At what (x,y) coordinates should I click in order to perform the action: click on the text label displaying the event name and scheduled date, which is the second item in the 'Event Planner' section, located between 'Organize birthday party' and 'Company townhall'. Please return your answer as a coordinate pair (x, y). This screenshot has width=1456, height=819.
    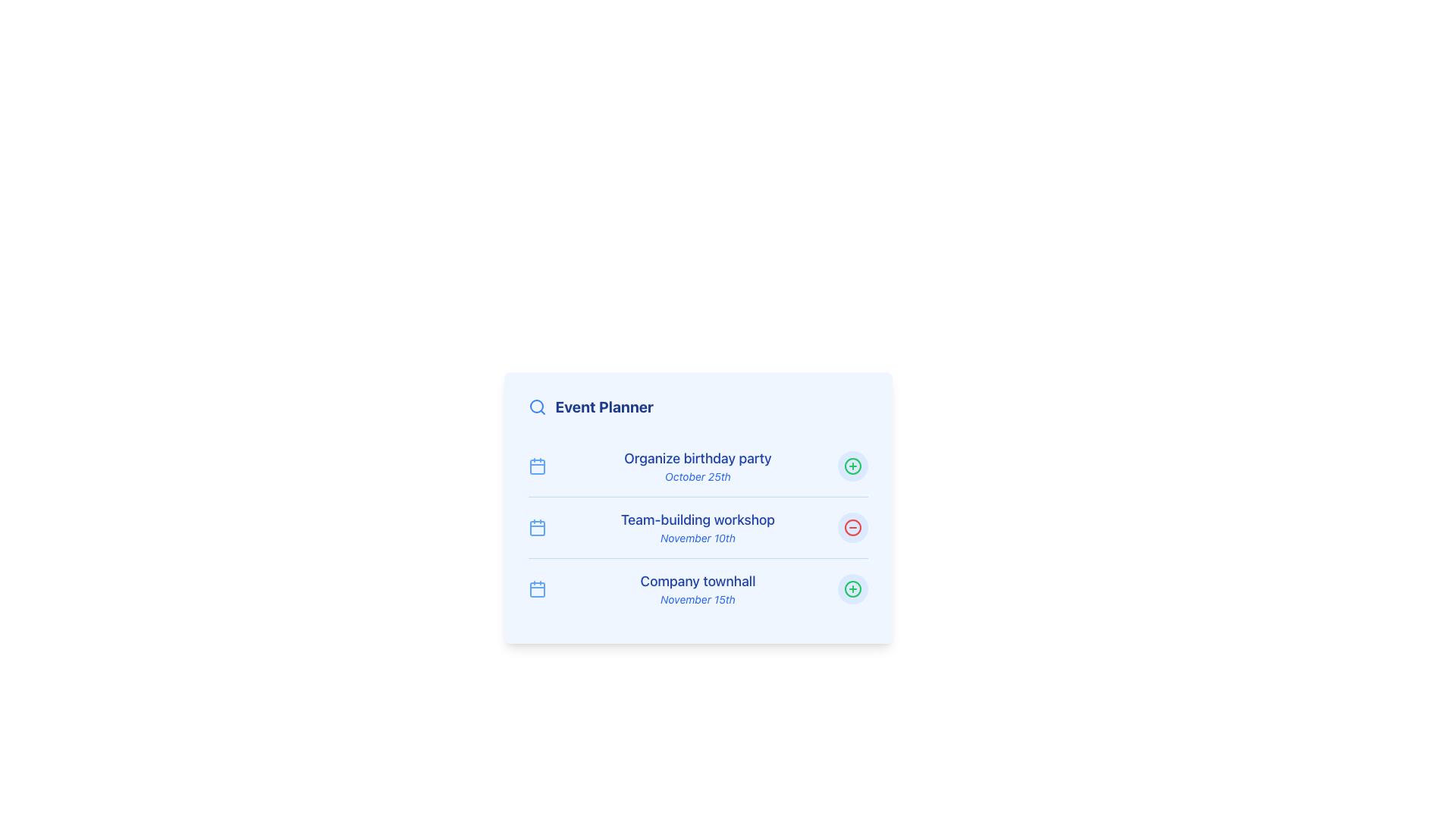
    Looking at the image, I should click on (697, 526).